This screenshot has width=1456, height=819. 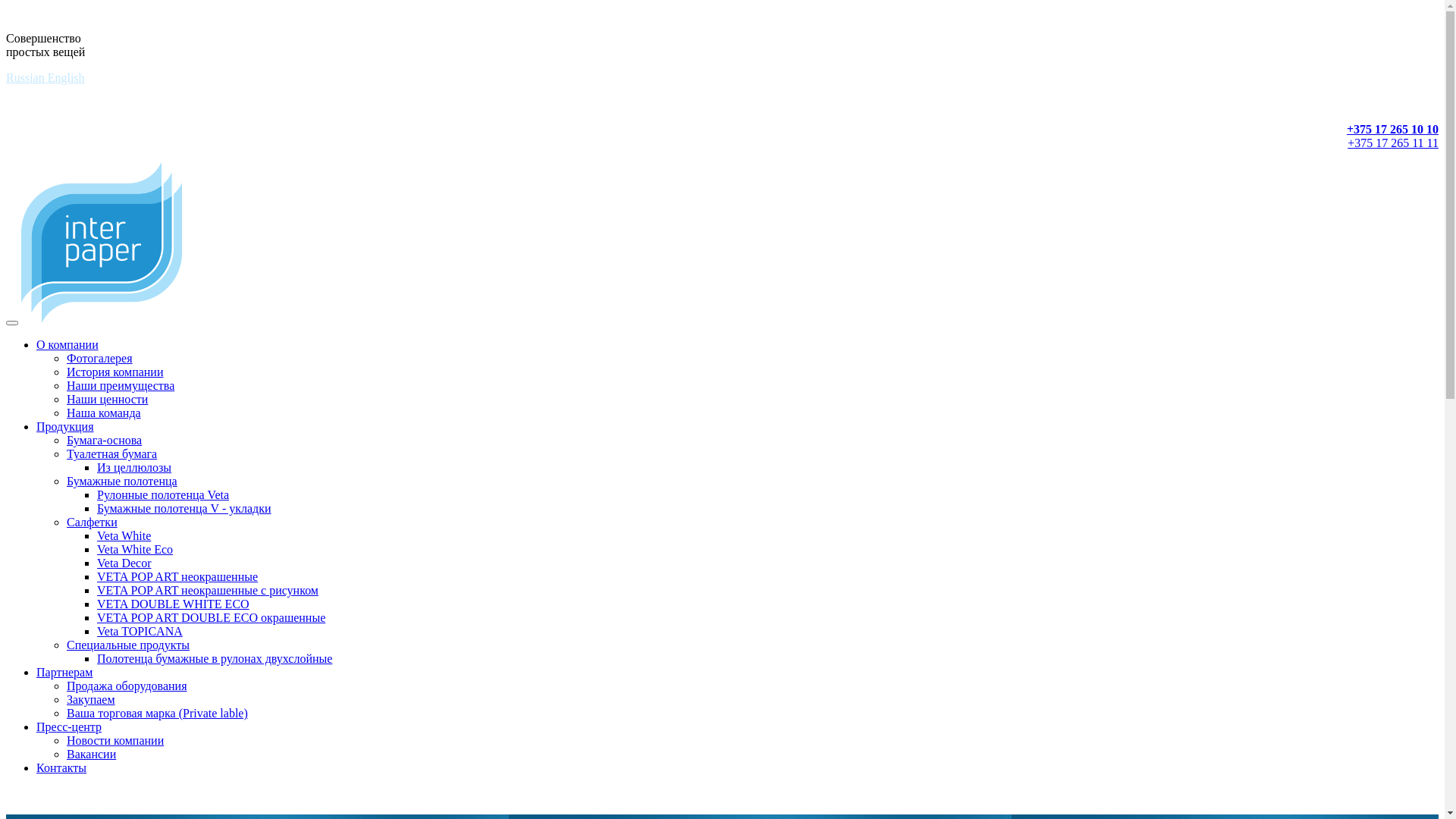 I want to click on 'Veta White', so click(x=96, y=535).